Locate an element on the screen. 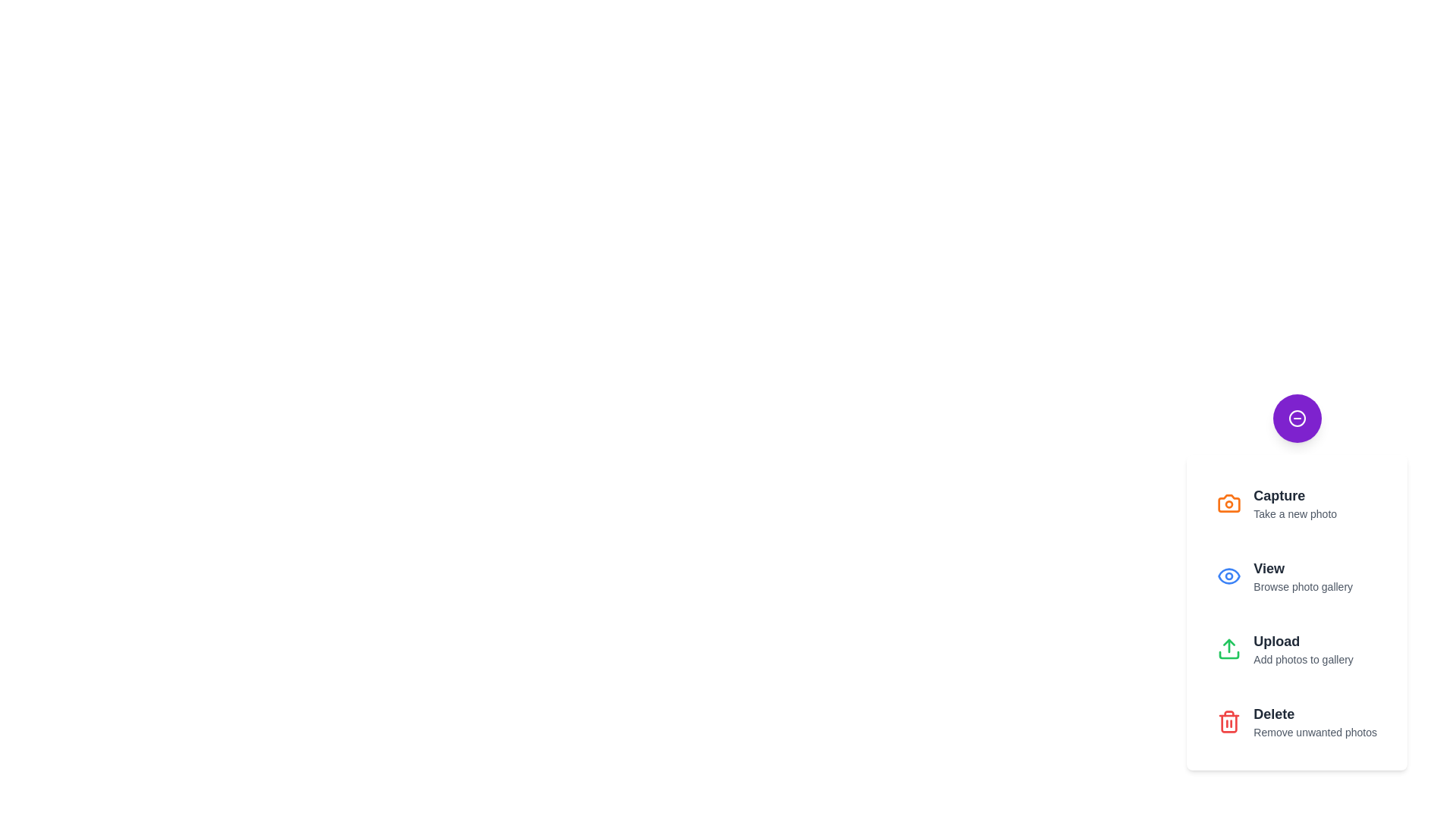 The height and width of the screenshot is (819, 1456). the 'Delete' button to remove unwanted photos is located at coordinates (1296, 721).